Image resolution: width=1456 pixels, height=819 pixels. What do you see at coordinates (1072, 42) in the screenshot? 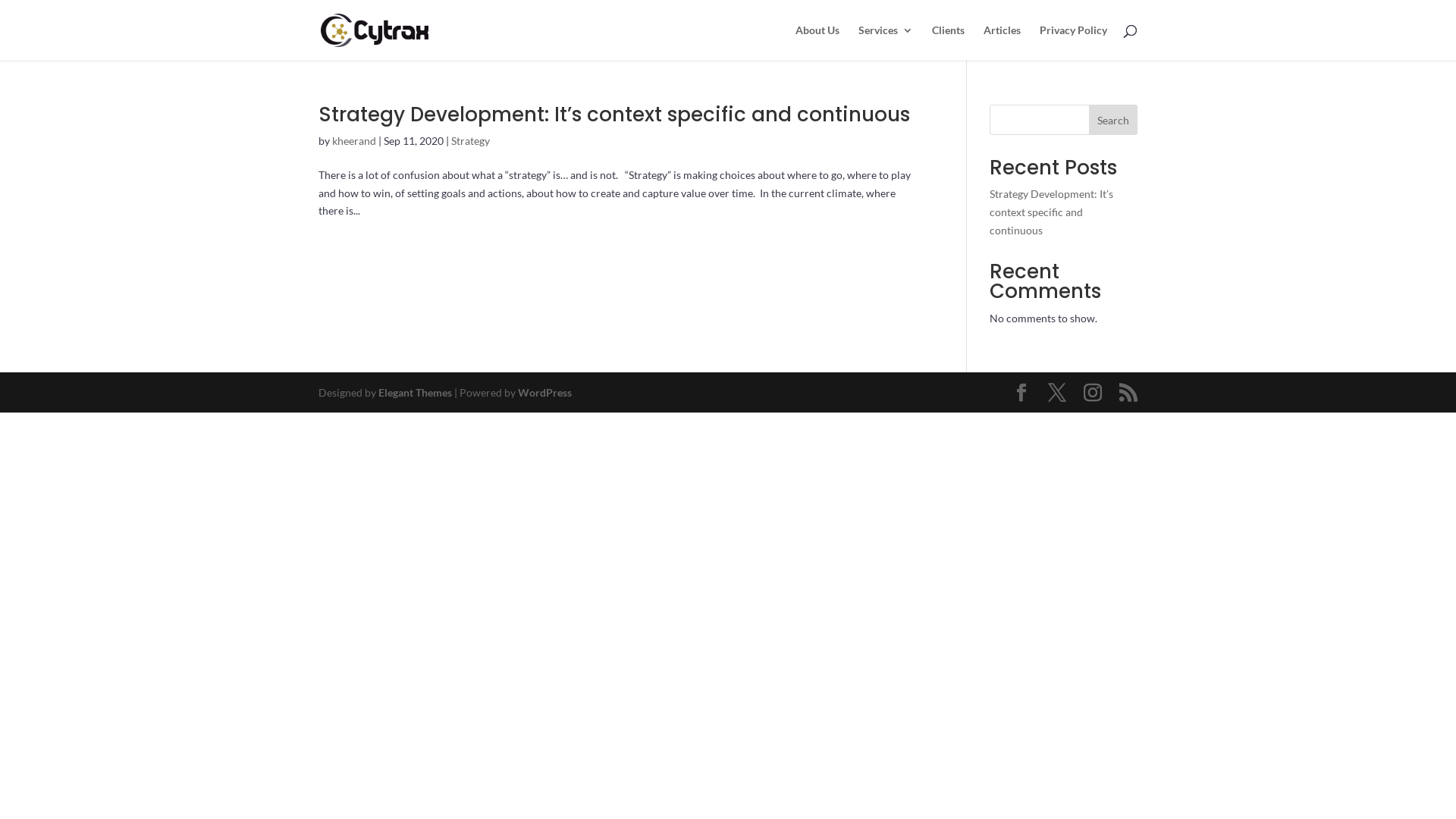
I see `'Privacy Policy'` at bounding box center [1072, 42].